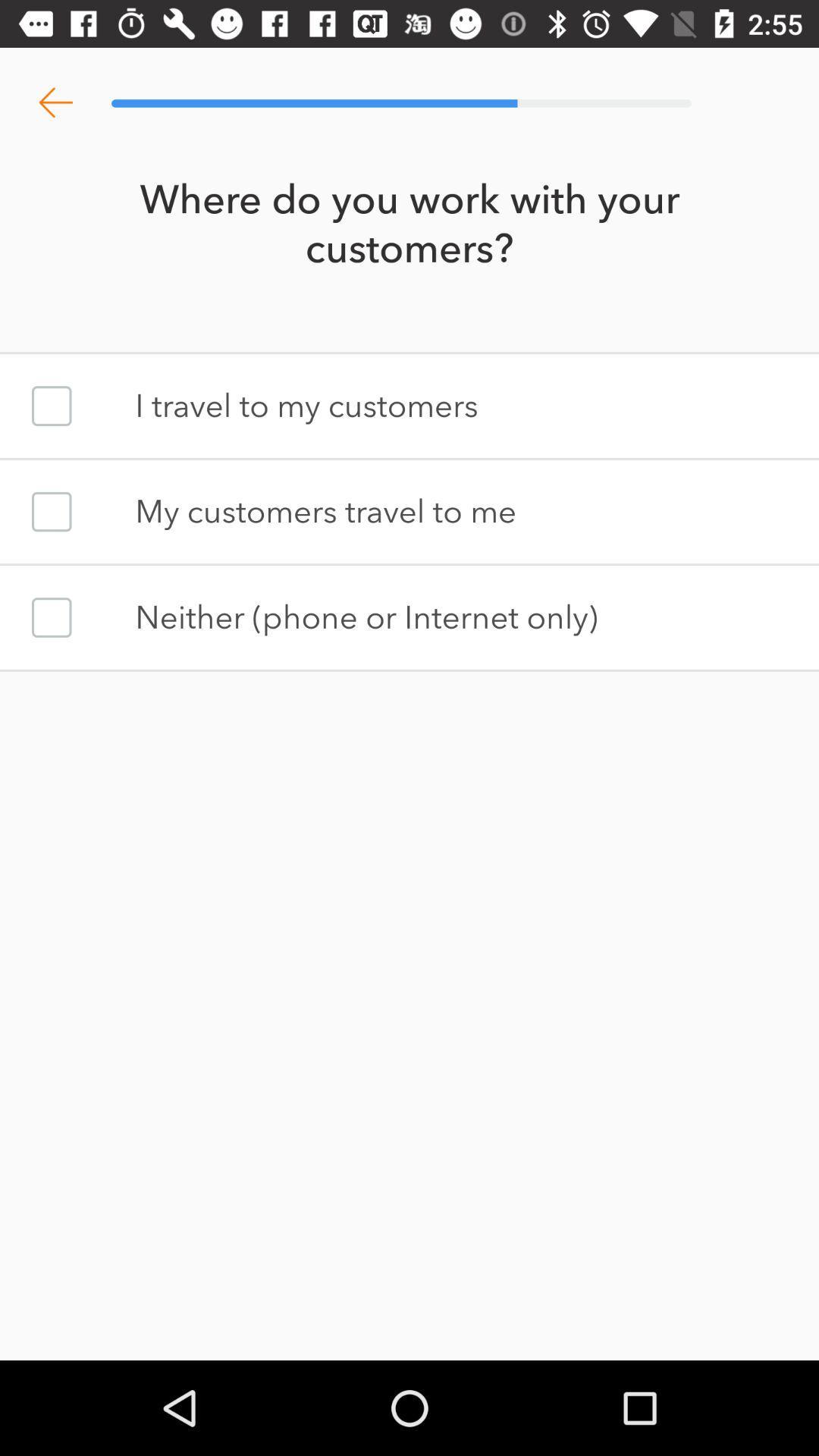  I want to click on selection button, so click(51, 512).